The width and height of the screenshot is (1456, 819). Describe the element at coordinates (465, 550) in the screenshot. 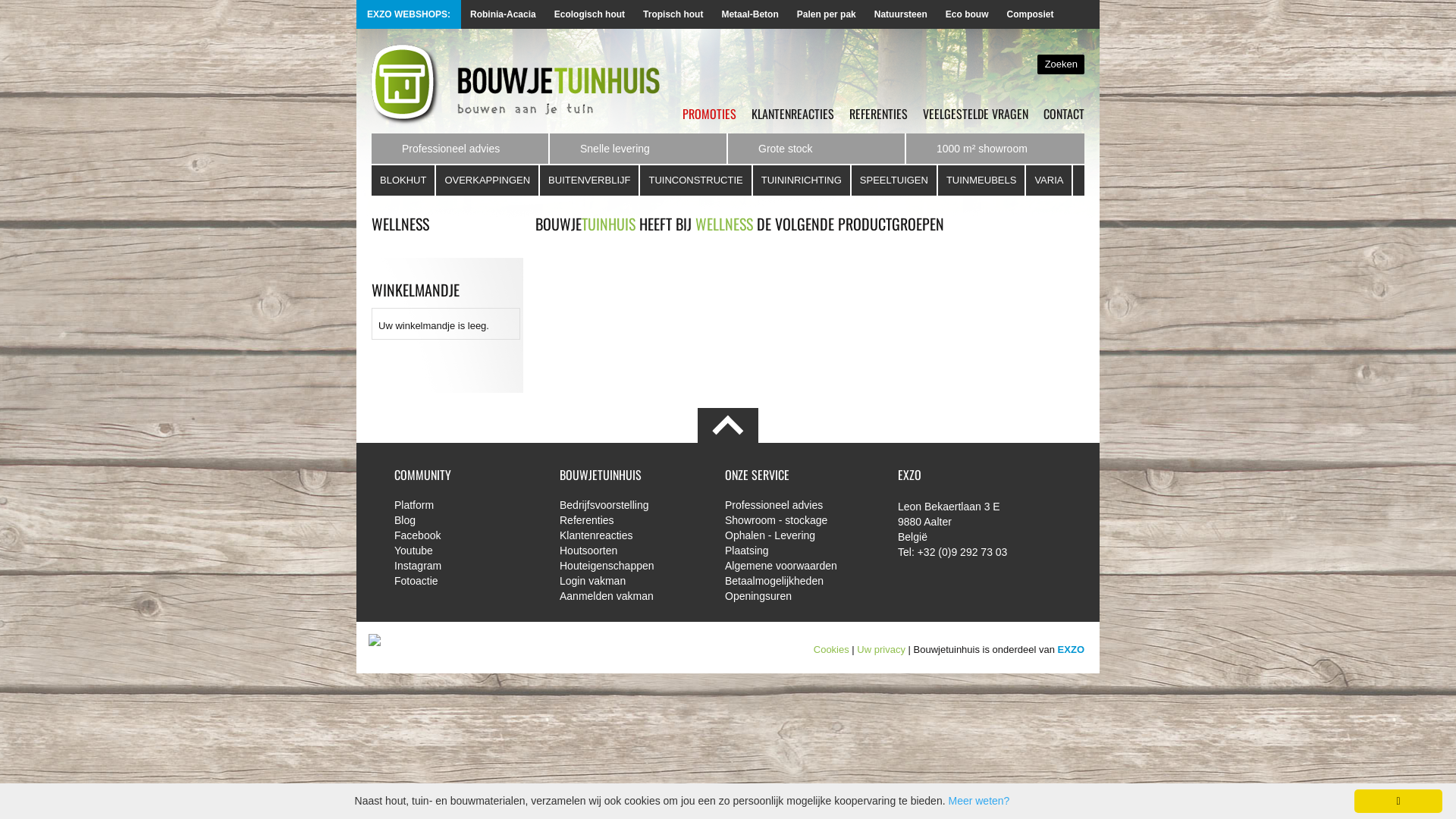

I see `'Youtube'` at that location.